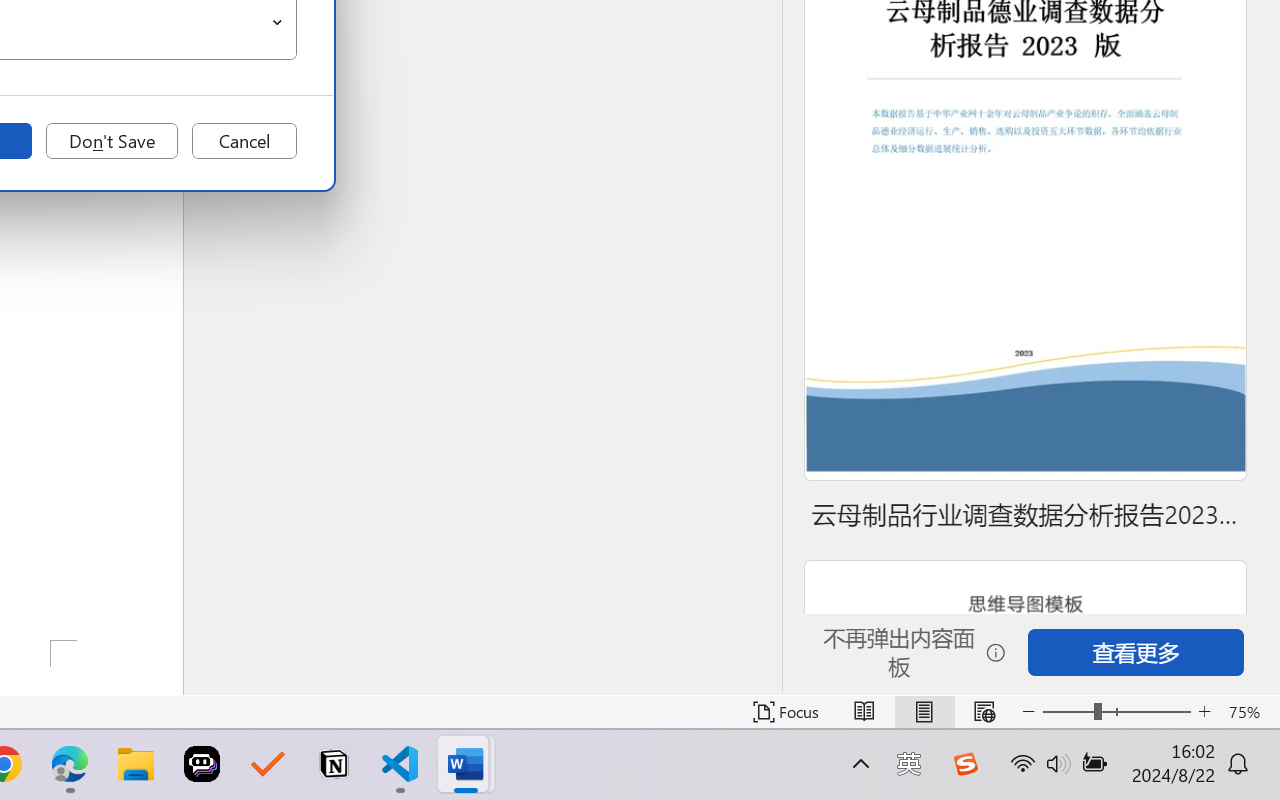 This screenshot has height=800, width=1280. I want to click on 'Don', so click(111, 141).